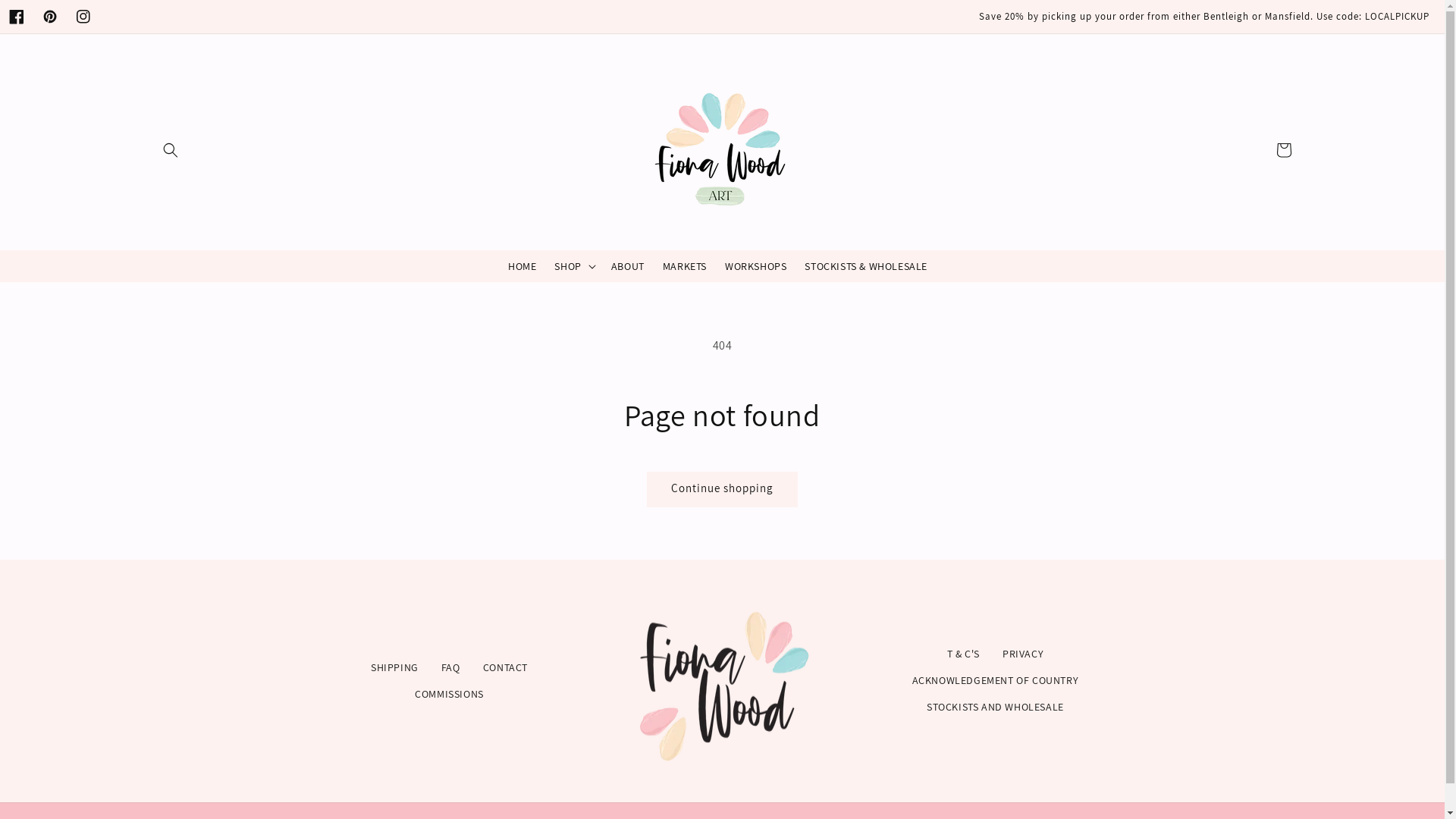  Describe the element at coordinates (17, 17) in the screenshot. I see `'Facebook'` at that location.